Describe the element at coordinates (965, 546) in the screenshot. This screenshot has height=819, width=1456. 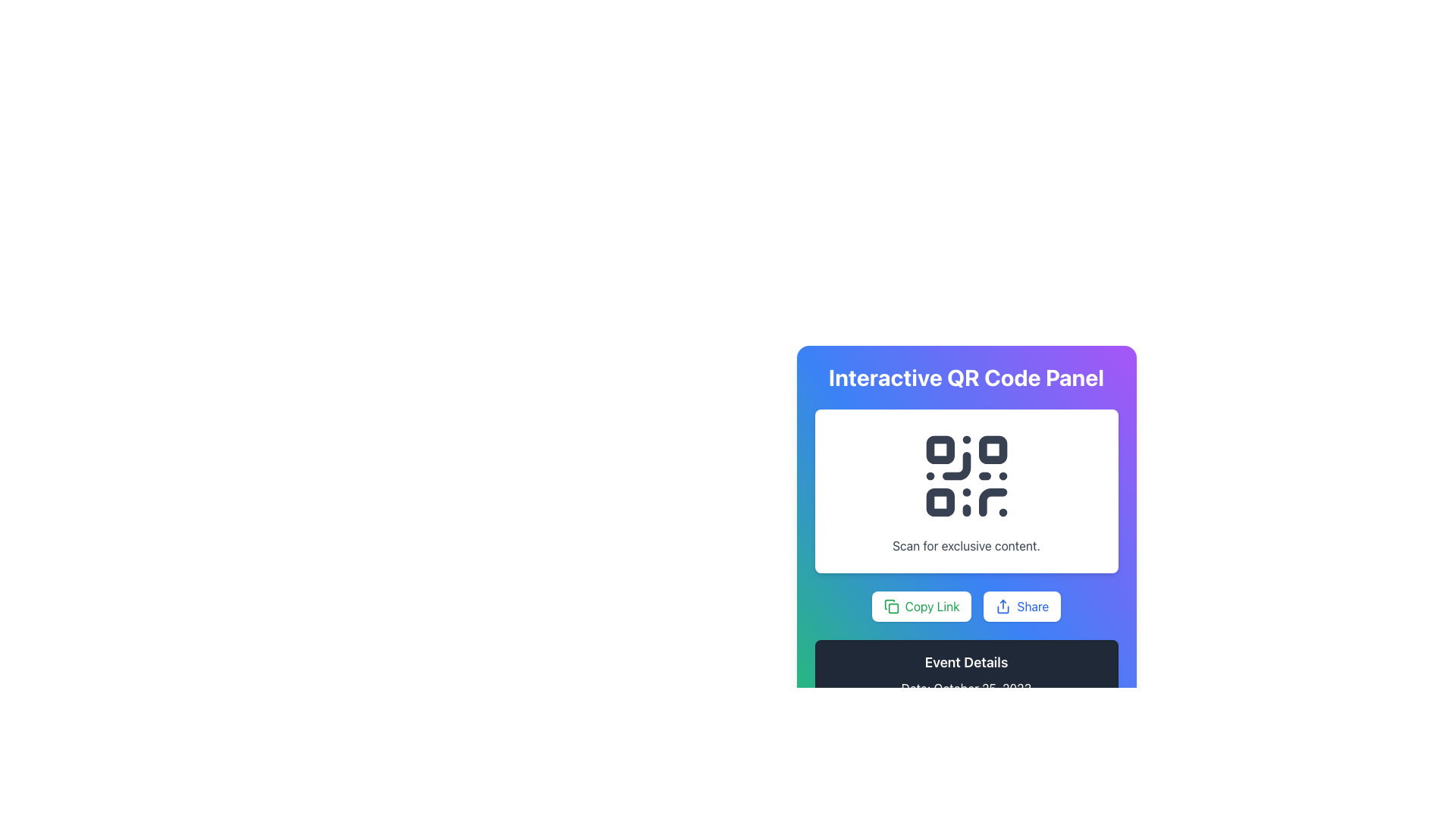
I see `the text label that reads 'Scan for exclusive content.', which is positioned centrally below the QR code illustration` at that location.